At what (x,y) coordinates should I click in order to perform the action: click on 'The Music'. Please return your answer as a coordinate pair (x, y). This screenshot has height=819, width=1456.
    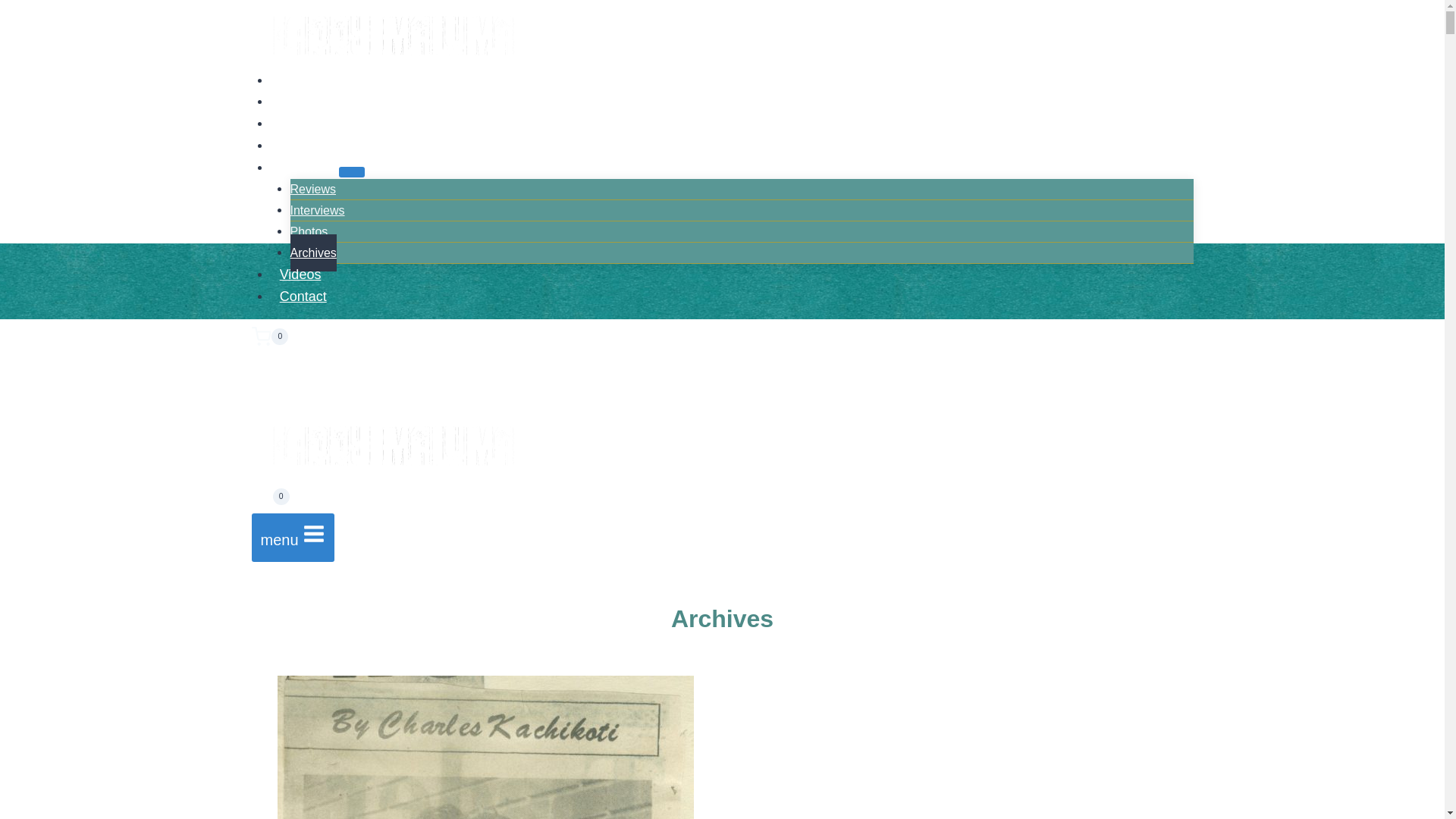
    Looking at the image, I should click on (309, 122).